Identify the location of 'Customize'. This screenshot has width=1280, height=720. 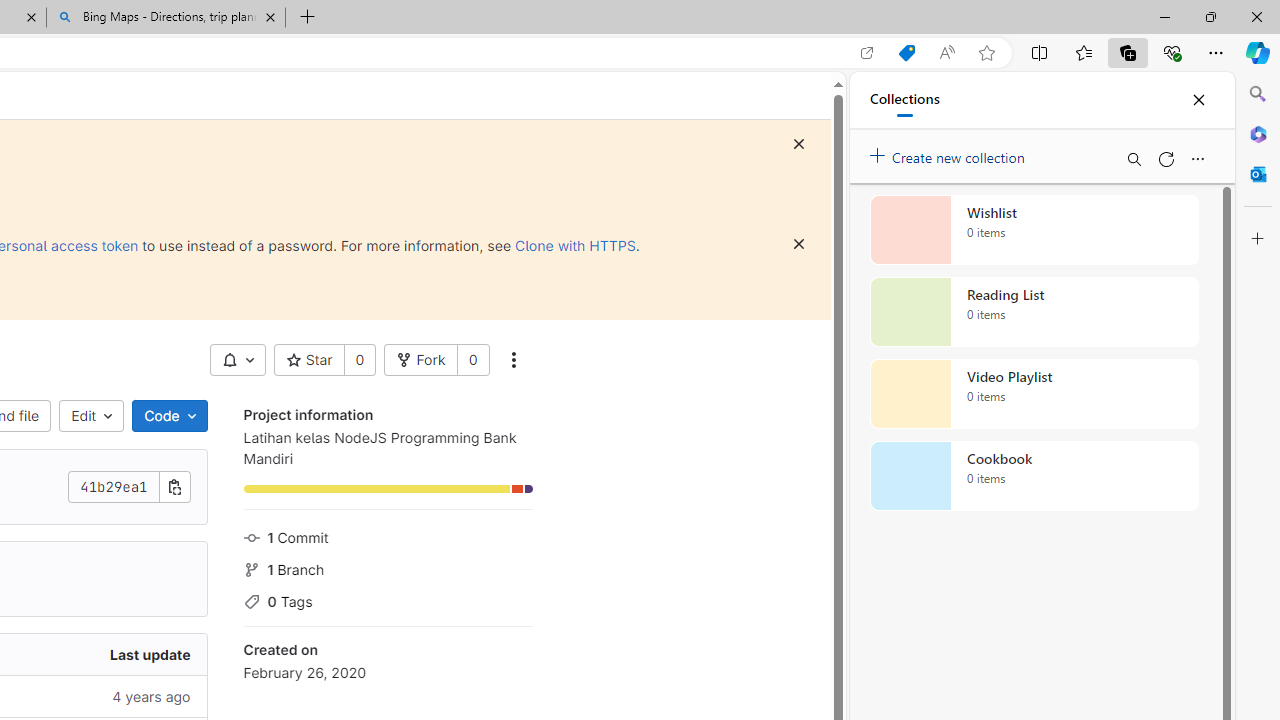
(1257, 238).